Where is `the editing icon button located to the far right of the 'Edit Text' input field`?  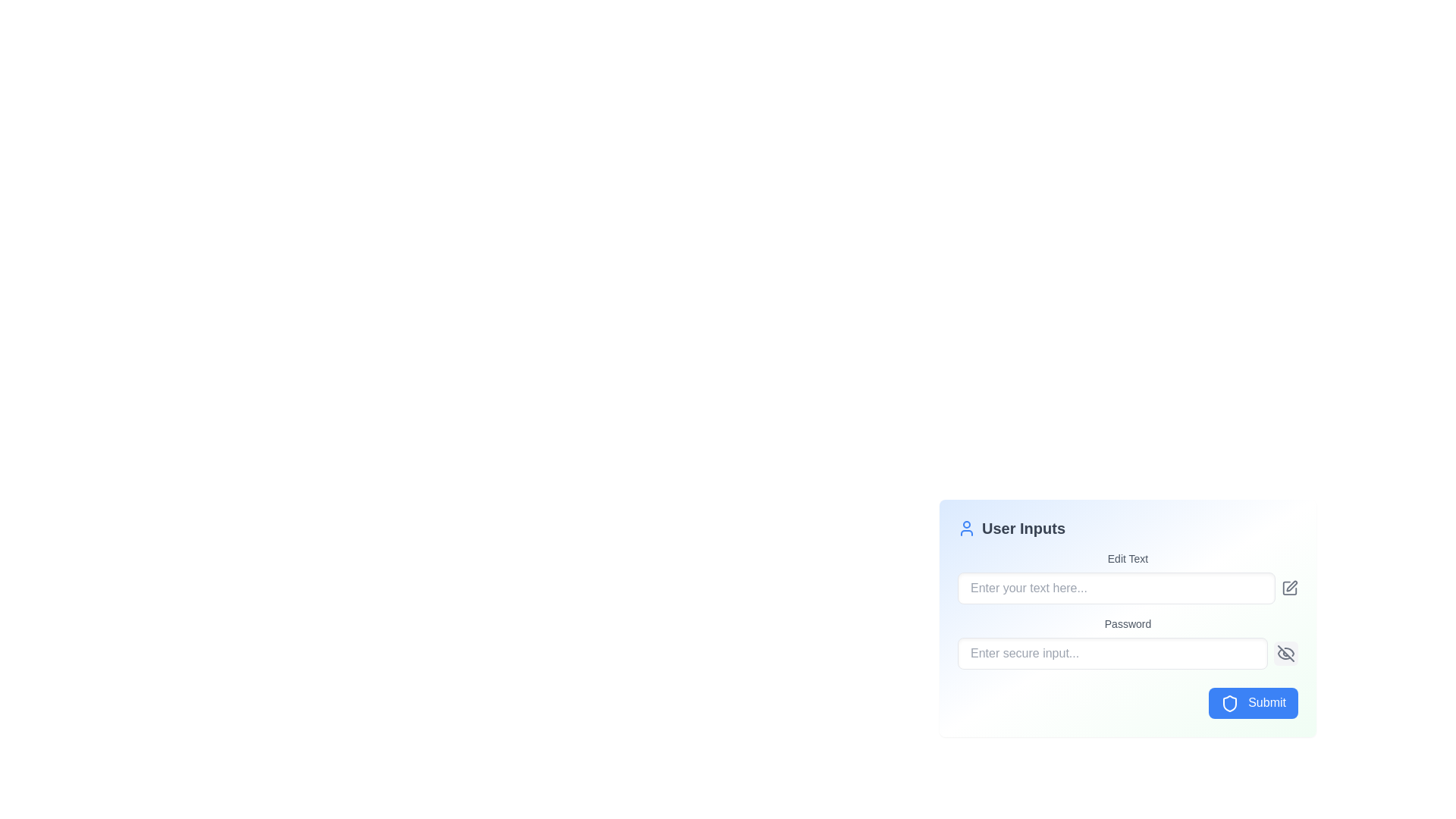
the editing icon button located to the far right of the 'Edit Text' input field is located at coordinates (1288, 587).